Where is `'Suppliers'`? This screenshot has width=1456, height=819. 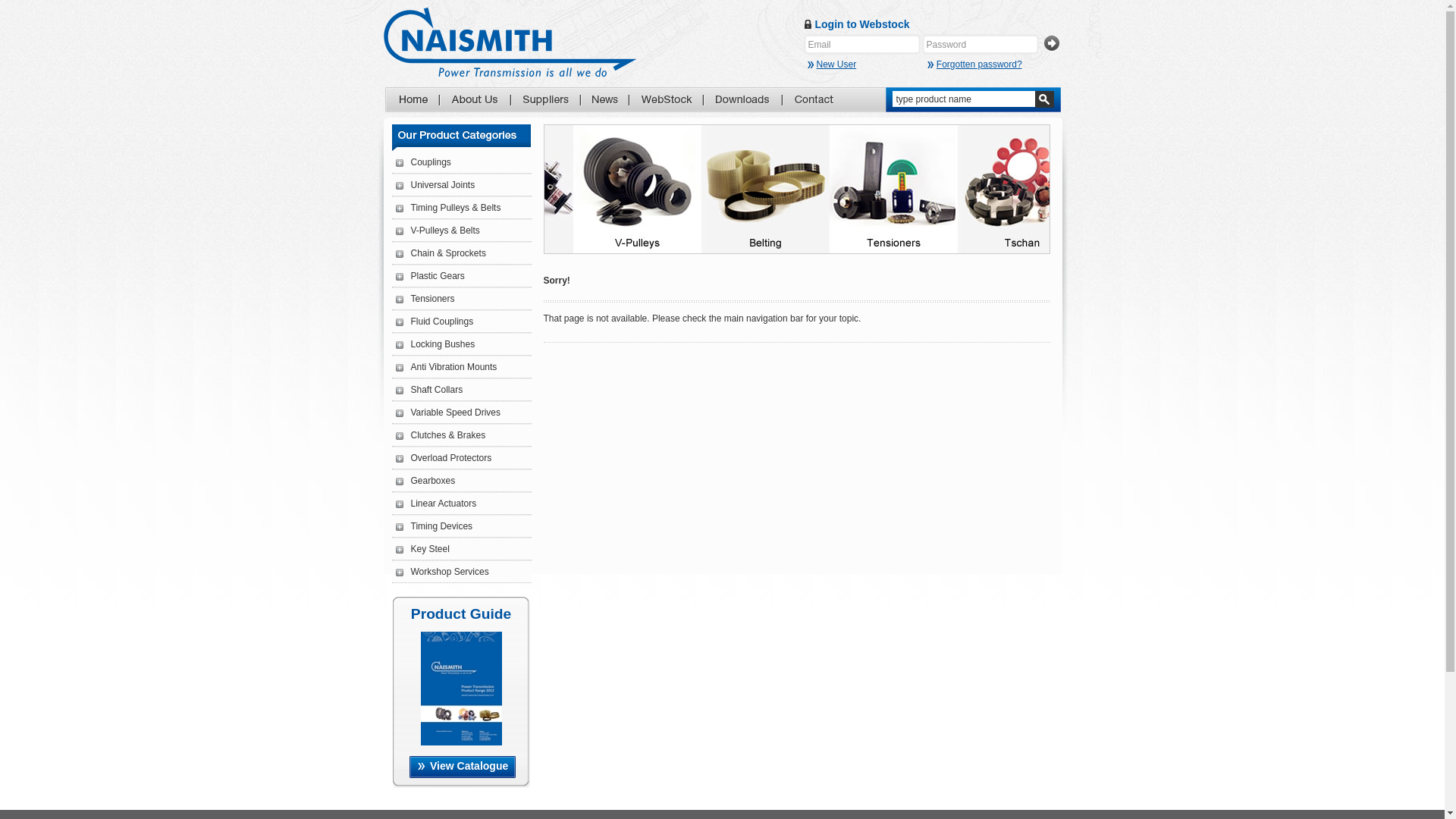 'Suppliers' is located at coordinates (545, 99).